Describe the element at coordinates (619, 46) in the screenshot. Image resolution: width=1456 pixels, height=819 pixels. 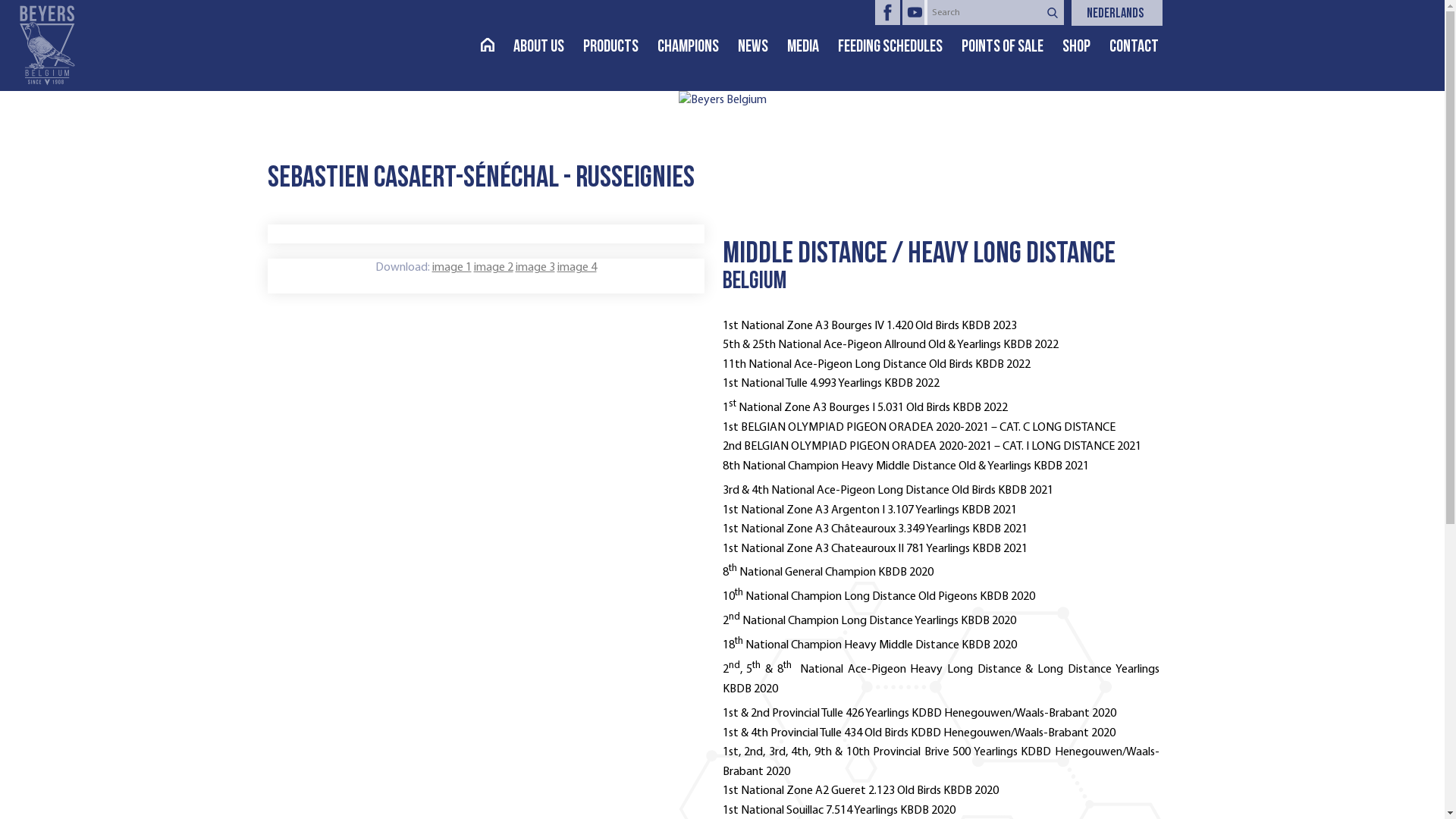
I see `'PRODUCTS'` at that location.